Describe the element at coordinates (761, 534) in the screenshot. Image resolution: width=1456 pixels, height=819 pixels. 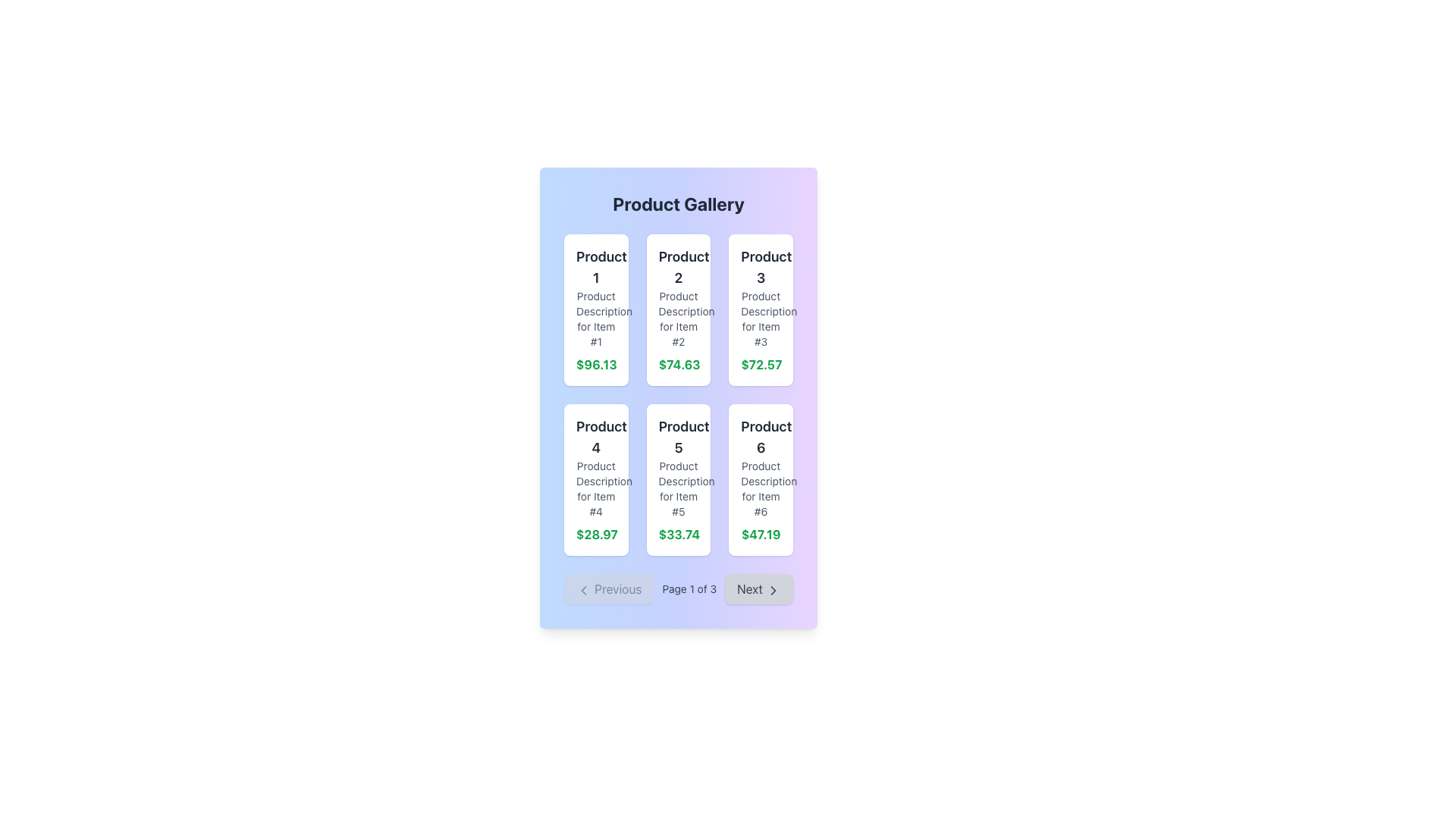
I see `the text label displaying the price '$47.19' which is styled with a bold green font and located under the description of 'Product 6.'` at that location.